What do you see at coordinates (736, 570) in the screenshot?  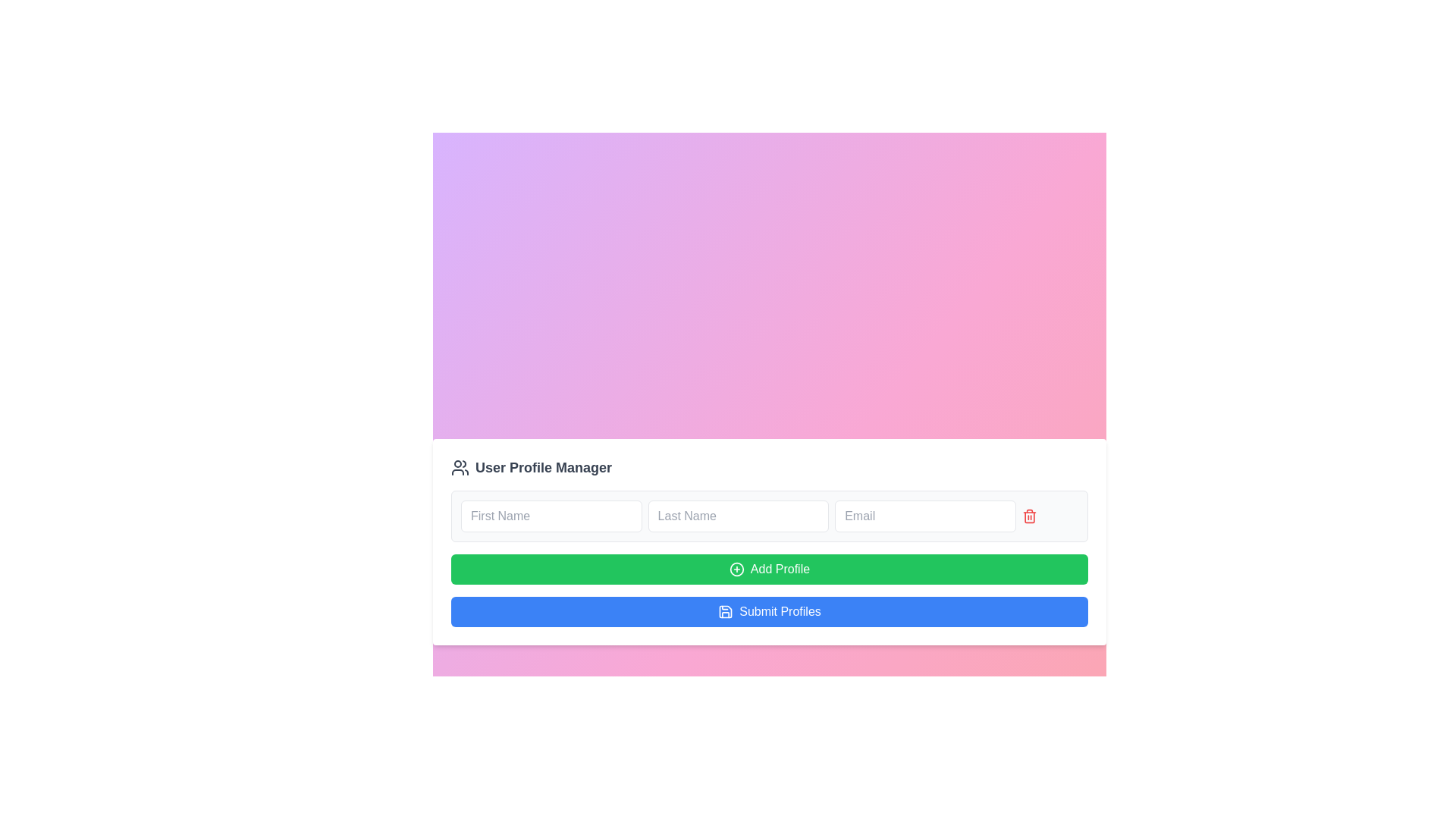 I see `the circular SVG shape within the 'Add Profile' button` at bounding box center [736, 570].